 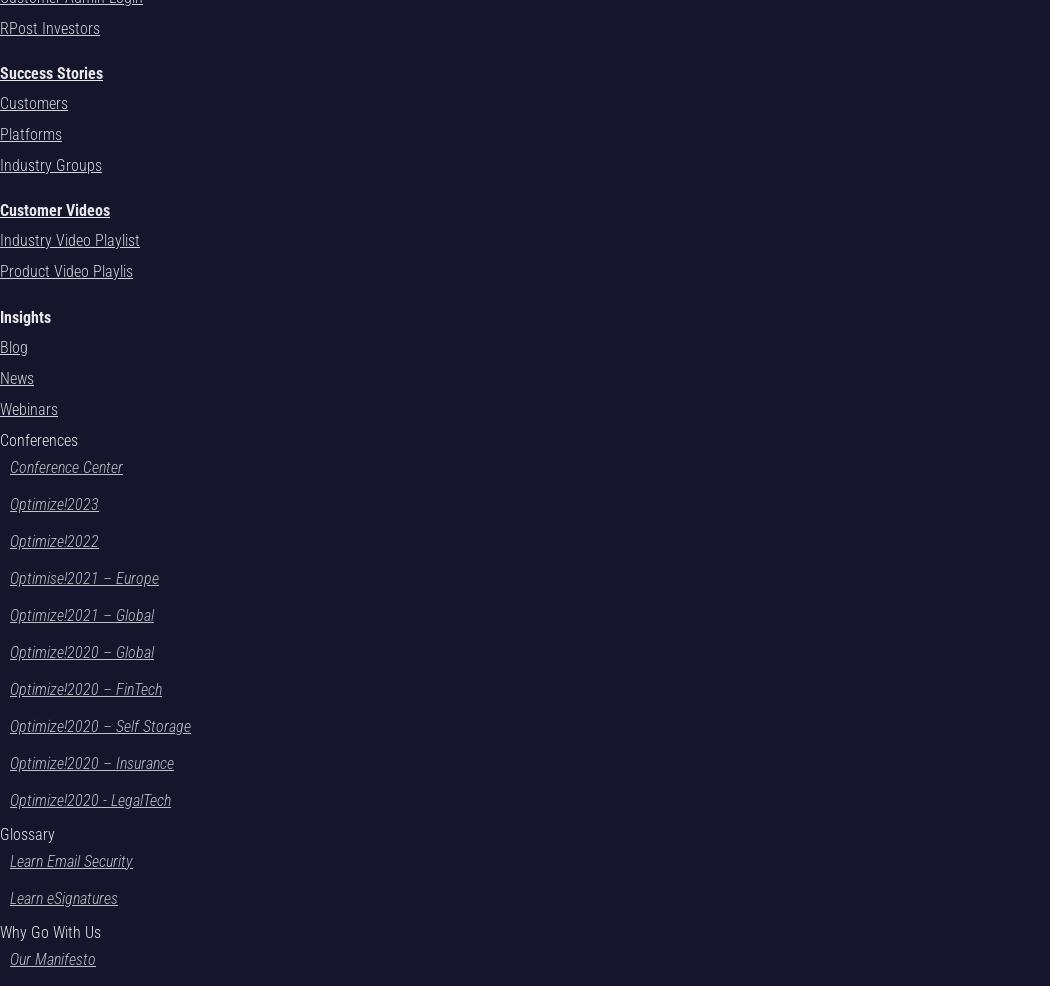 What do you see at coordinates (65, 271) in the screenshot?
I see `'Product Video Playlis'` at bounding box center [65, 271].